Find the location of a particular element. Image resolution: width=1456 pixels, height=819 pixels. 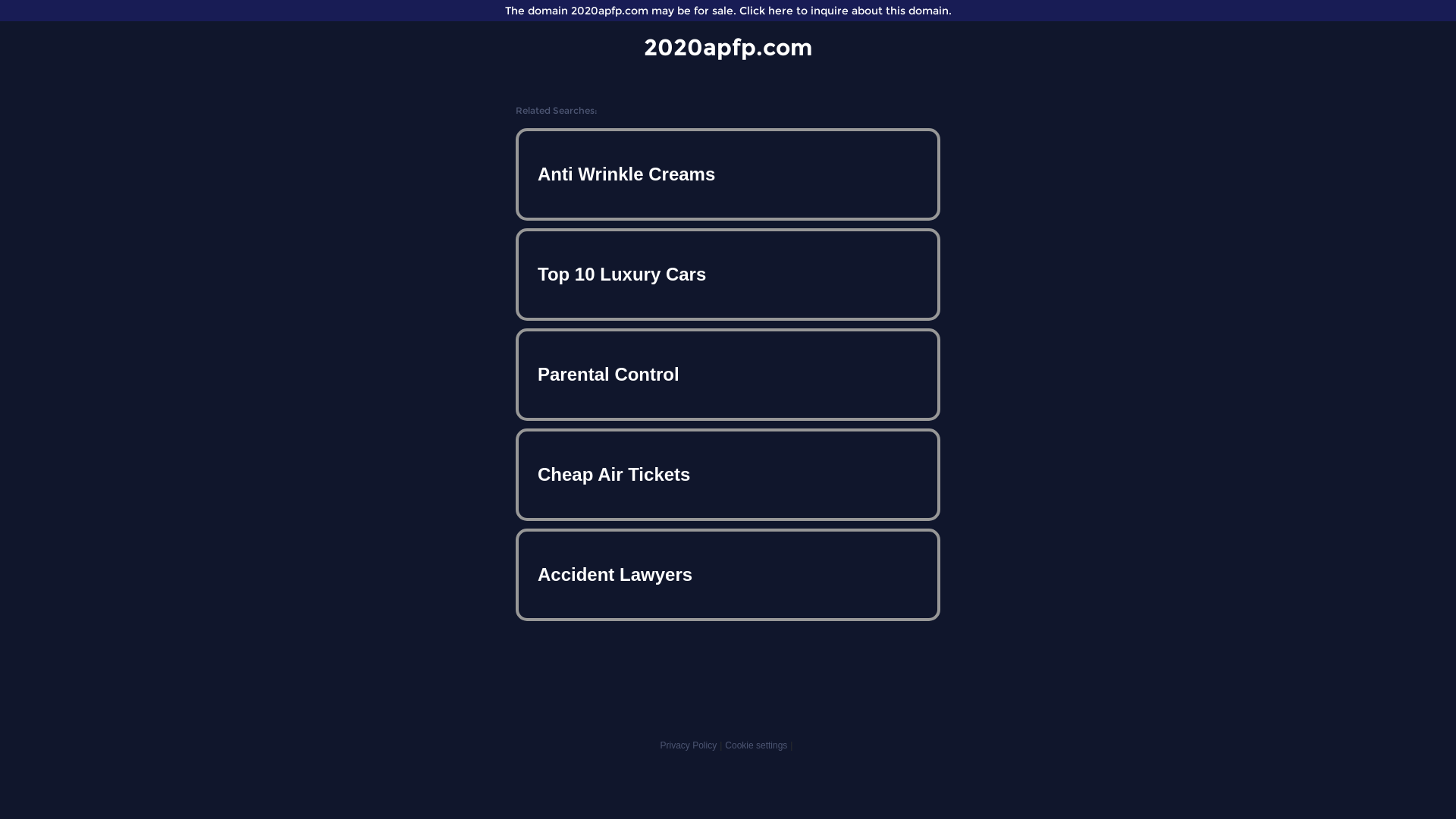

'Cookie settings' is located at coordinates (756, 745).